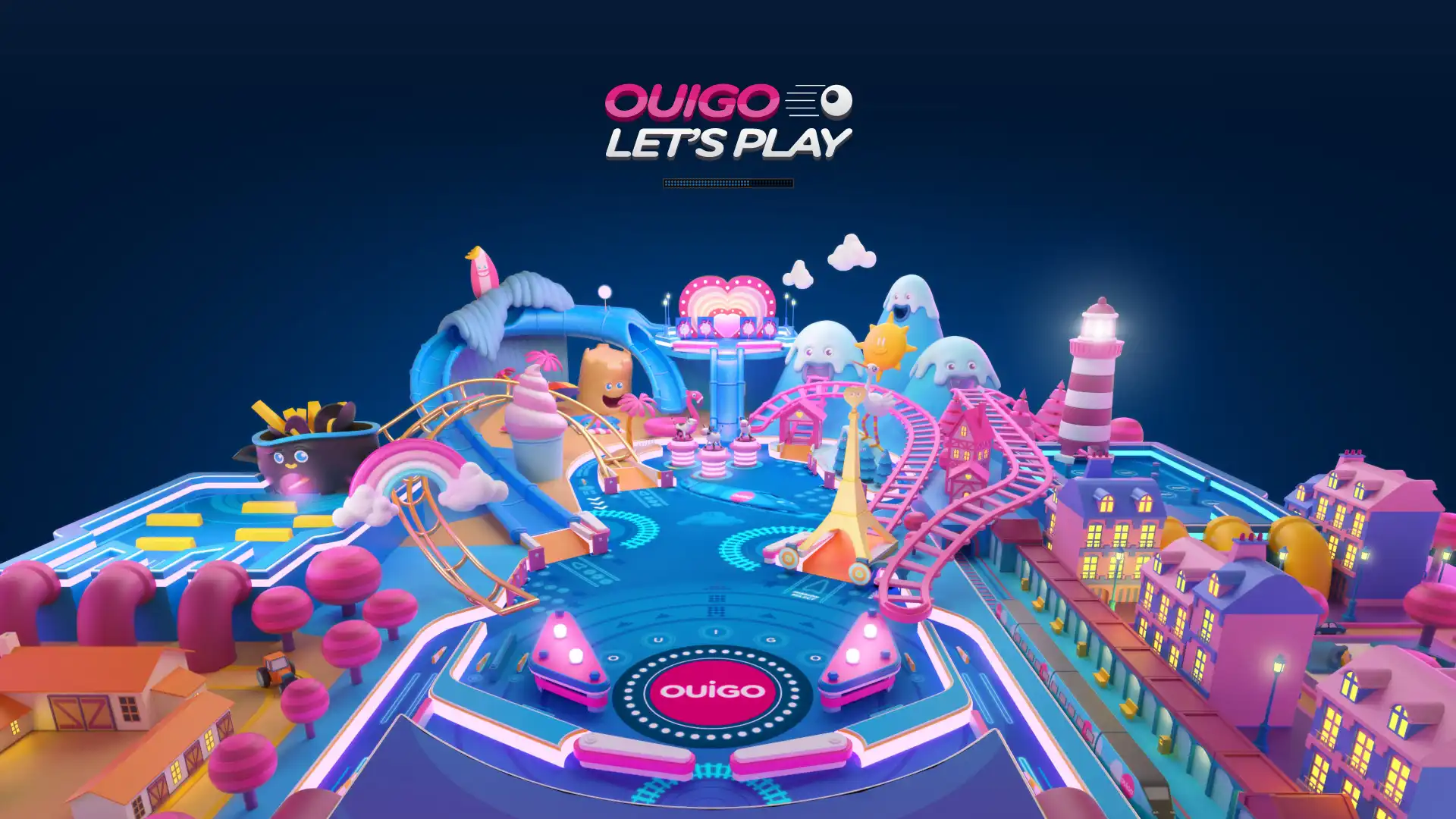 The image size is (1456, 819). Describe the element at coordinates (728, 796) in the screenshot. I see `CLASSEMENT` at that location.